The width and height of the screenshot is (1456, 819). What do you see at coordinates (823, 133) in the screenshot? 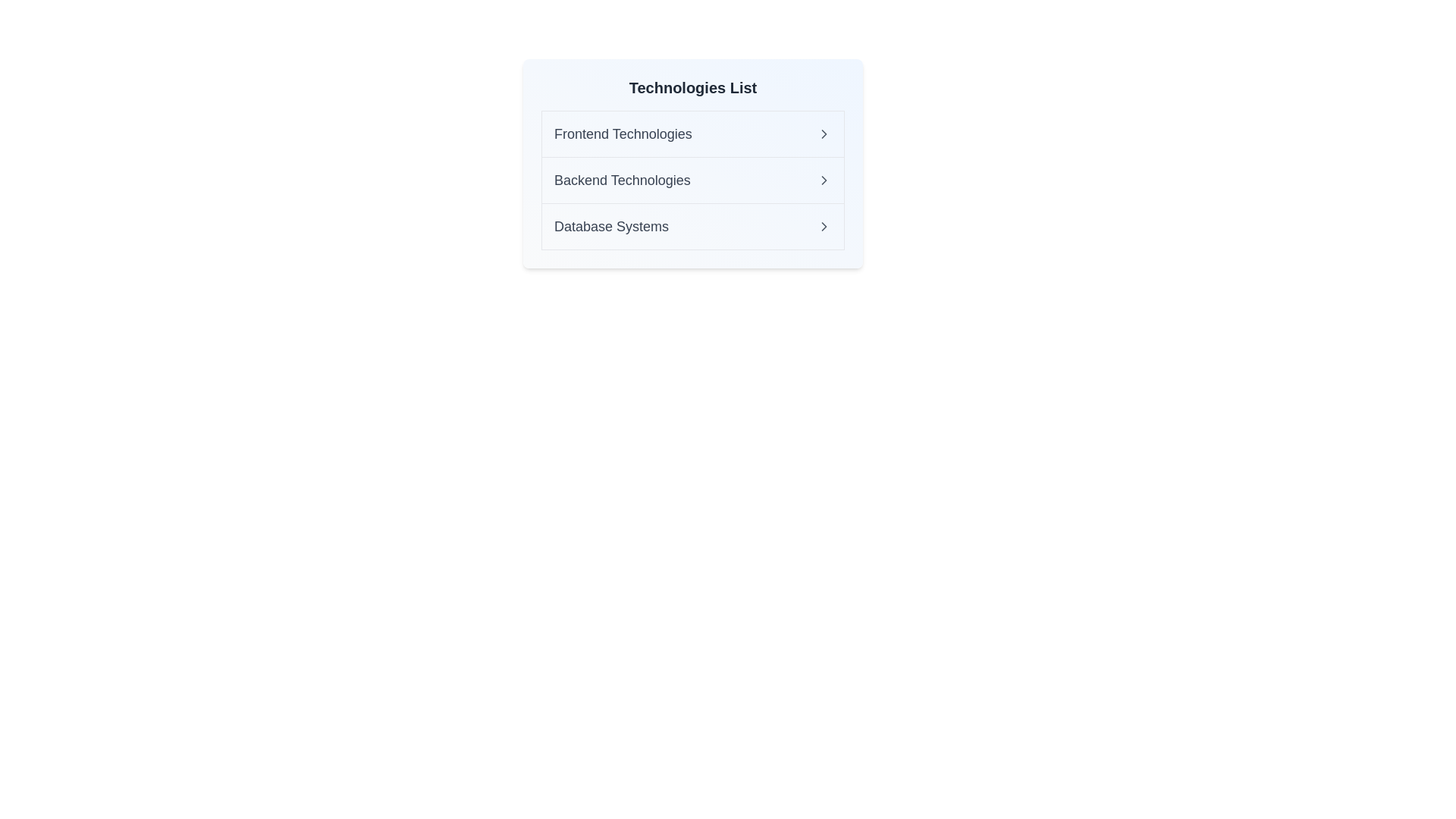
I see `the chevron icon of the item titled 'Frontend Technologies' to toggle its expansion` at bounding box center [823, 133].